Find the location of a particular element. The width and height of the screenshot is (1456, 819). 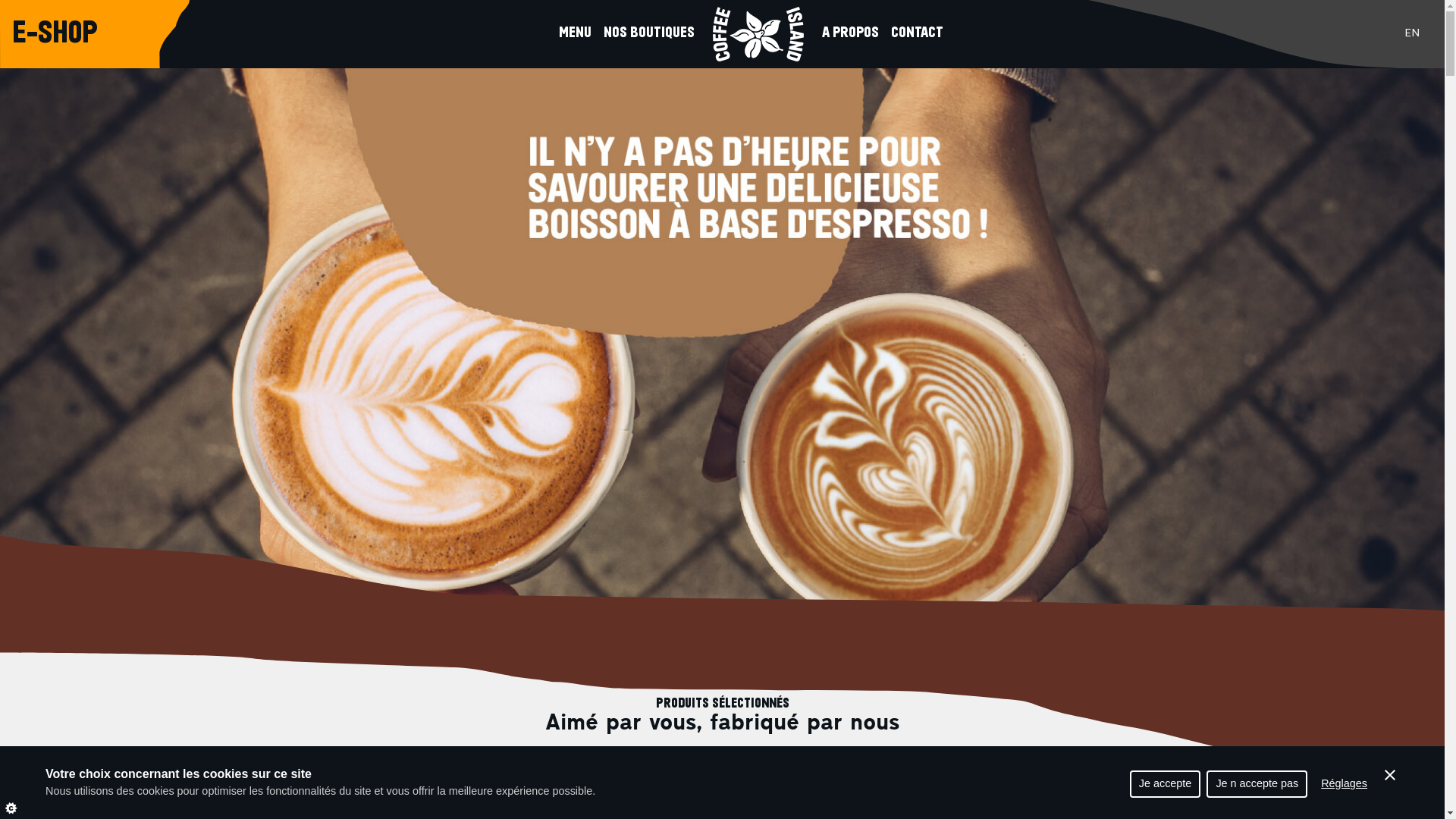

'MENU' is located at coordinates (574, 34).